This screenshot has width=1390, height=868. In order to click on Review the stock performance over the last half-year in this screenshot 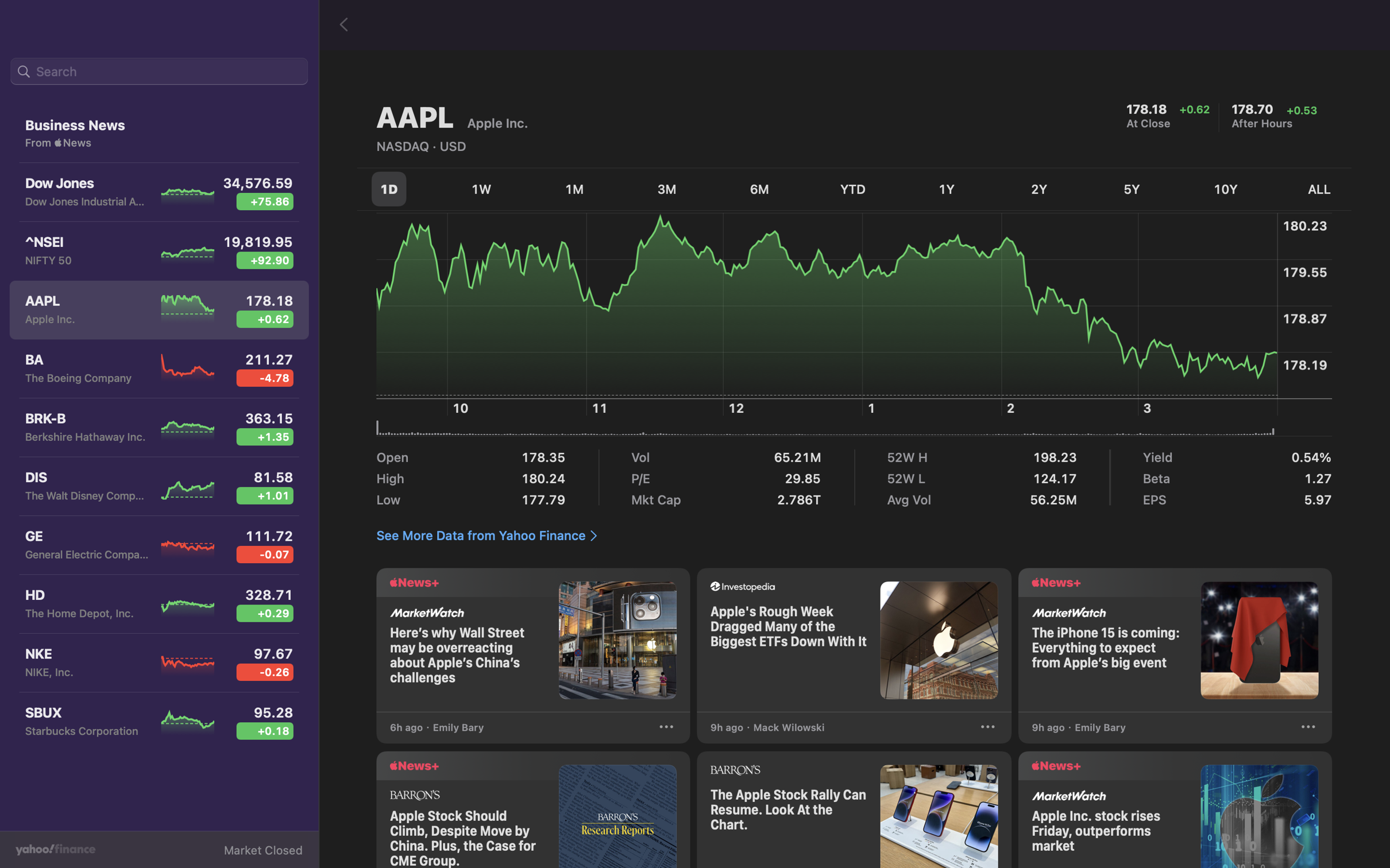, I will do `click(762, 187)`.